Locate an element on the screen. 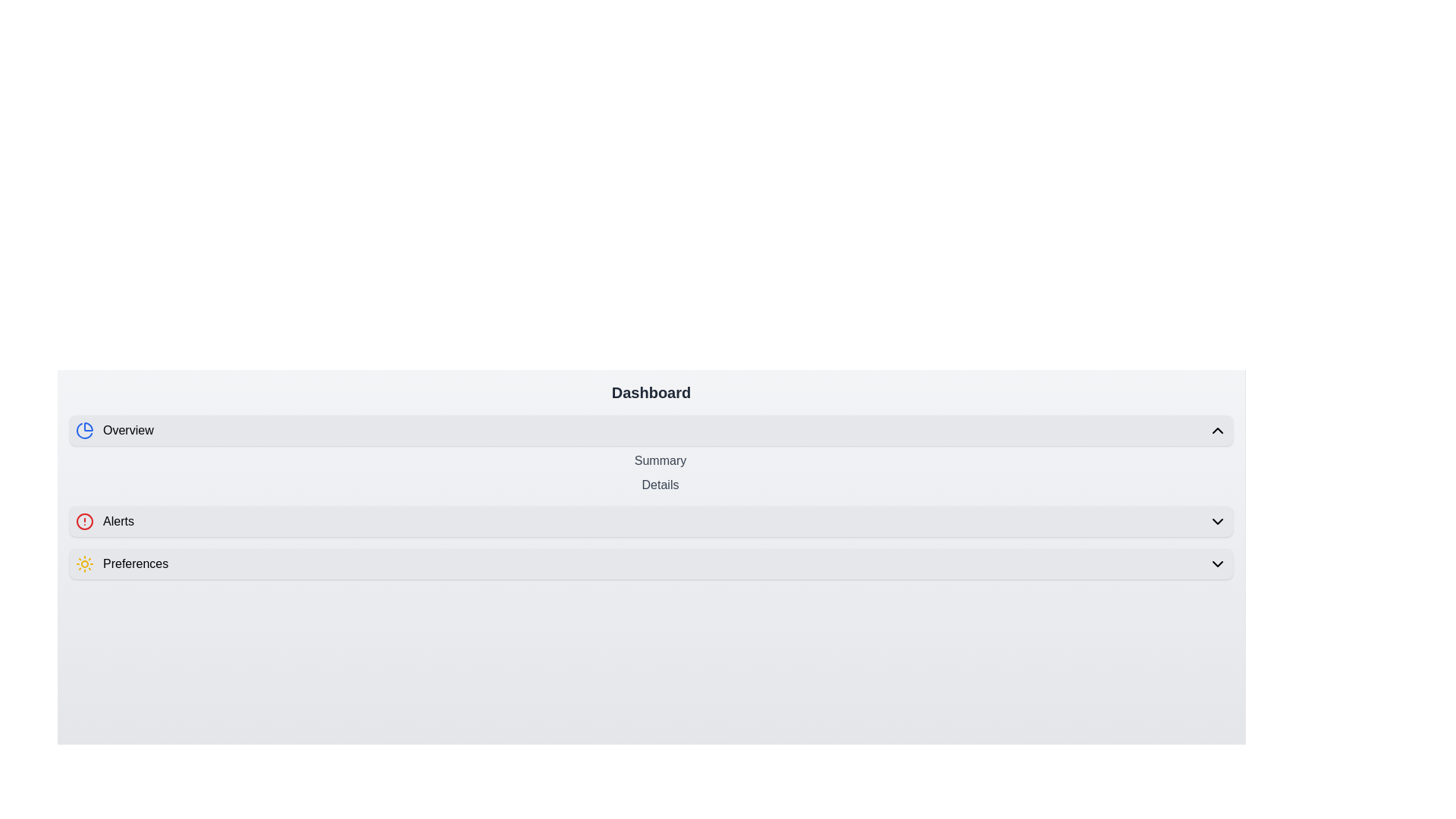 The image size is (1456, 819). the 'Preferences' menu item, which consists of a text label and a sun icon, located in the third position of the vertically-stacked menu is located at coordinates (122, 564).